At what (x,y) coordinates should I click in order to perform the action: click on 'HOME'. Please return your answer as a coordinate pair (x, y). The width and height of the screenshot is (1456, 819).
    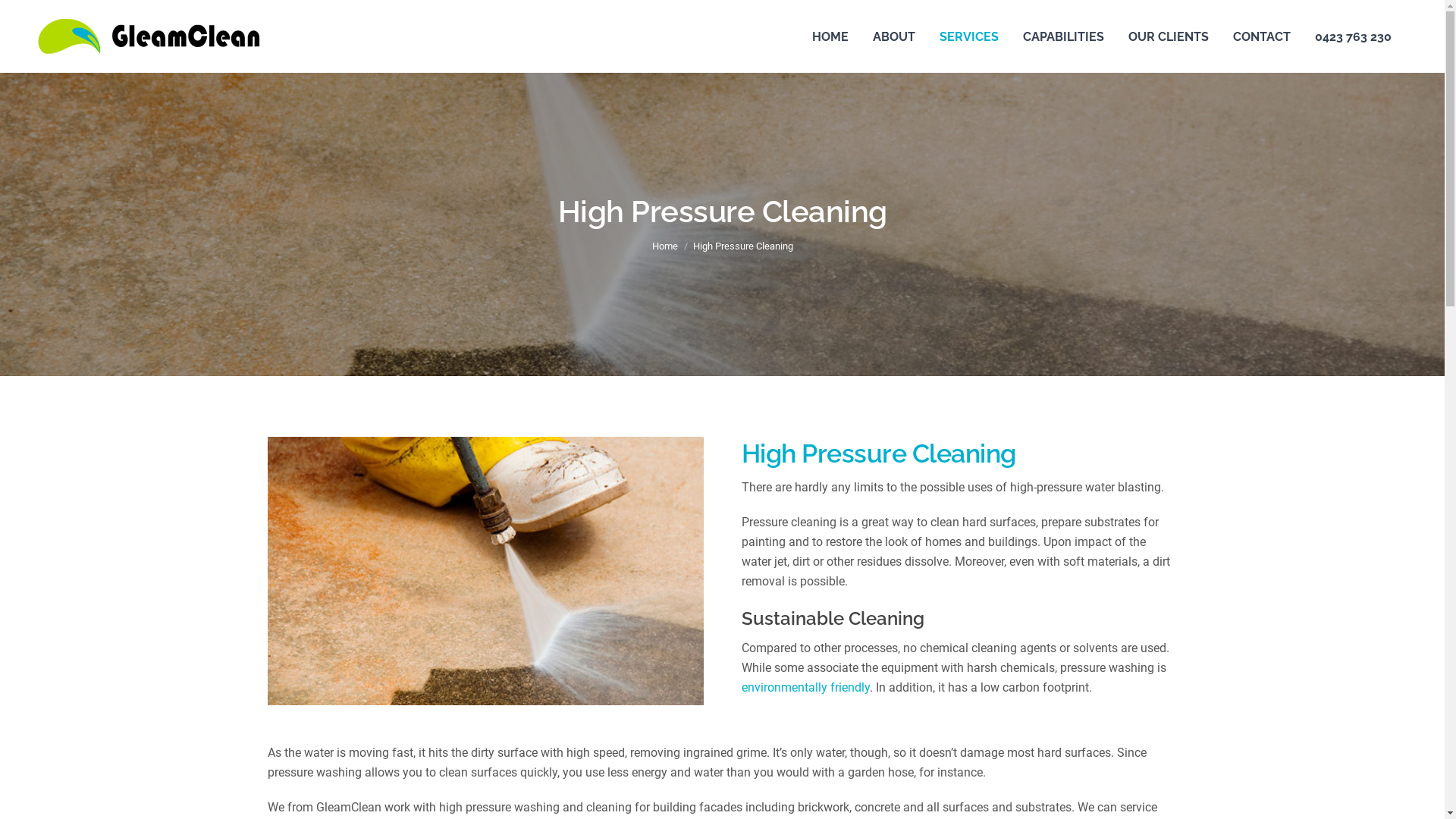
    Looking at the image, I should click on (829, 35).